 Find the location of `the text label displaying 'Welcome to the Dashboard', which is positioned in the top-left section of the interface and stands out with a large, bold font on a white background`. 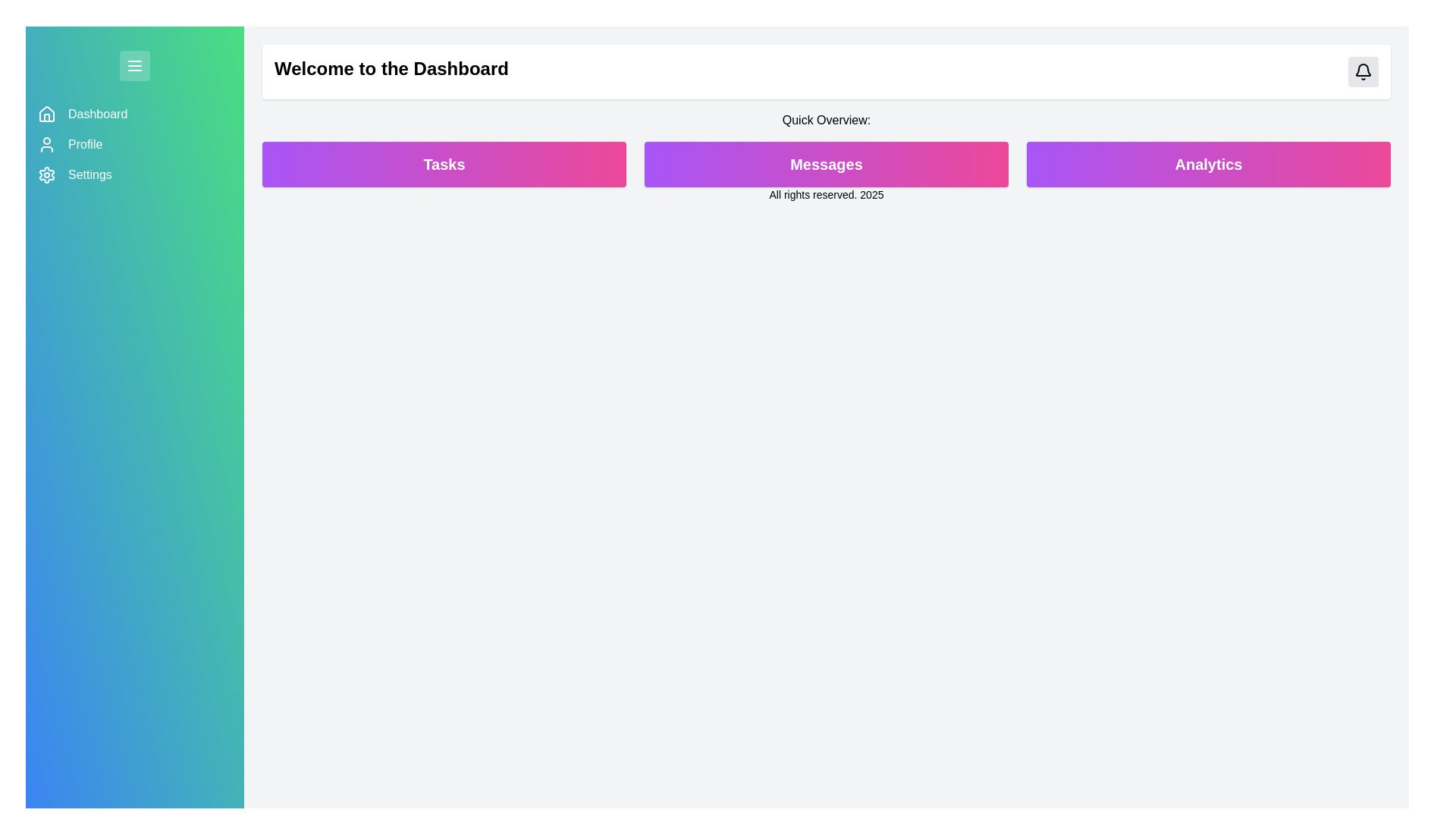

the text label displaying 'Welcome to the Dashboard', which is positioned in the top-left section of the interface and stands out with a large, bold font on a white background is located at coordinates (391, 72).